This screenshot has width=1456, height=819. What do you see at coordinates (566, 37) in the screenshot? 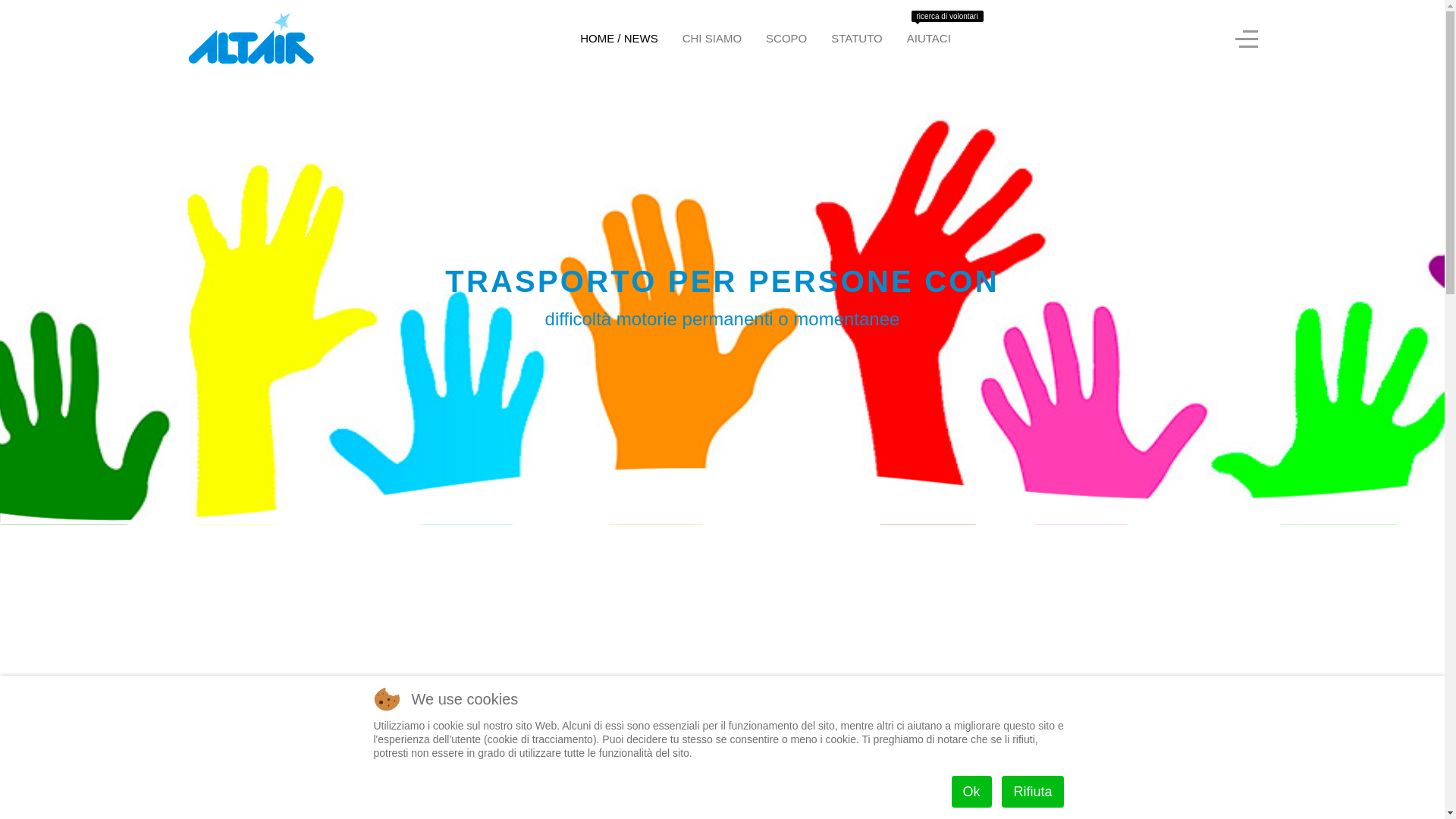
I see `'HOME / NEWS'` at bounding box center [566, 37].